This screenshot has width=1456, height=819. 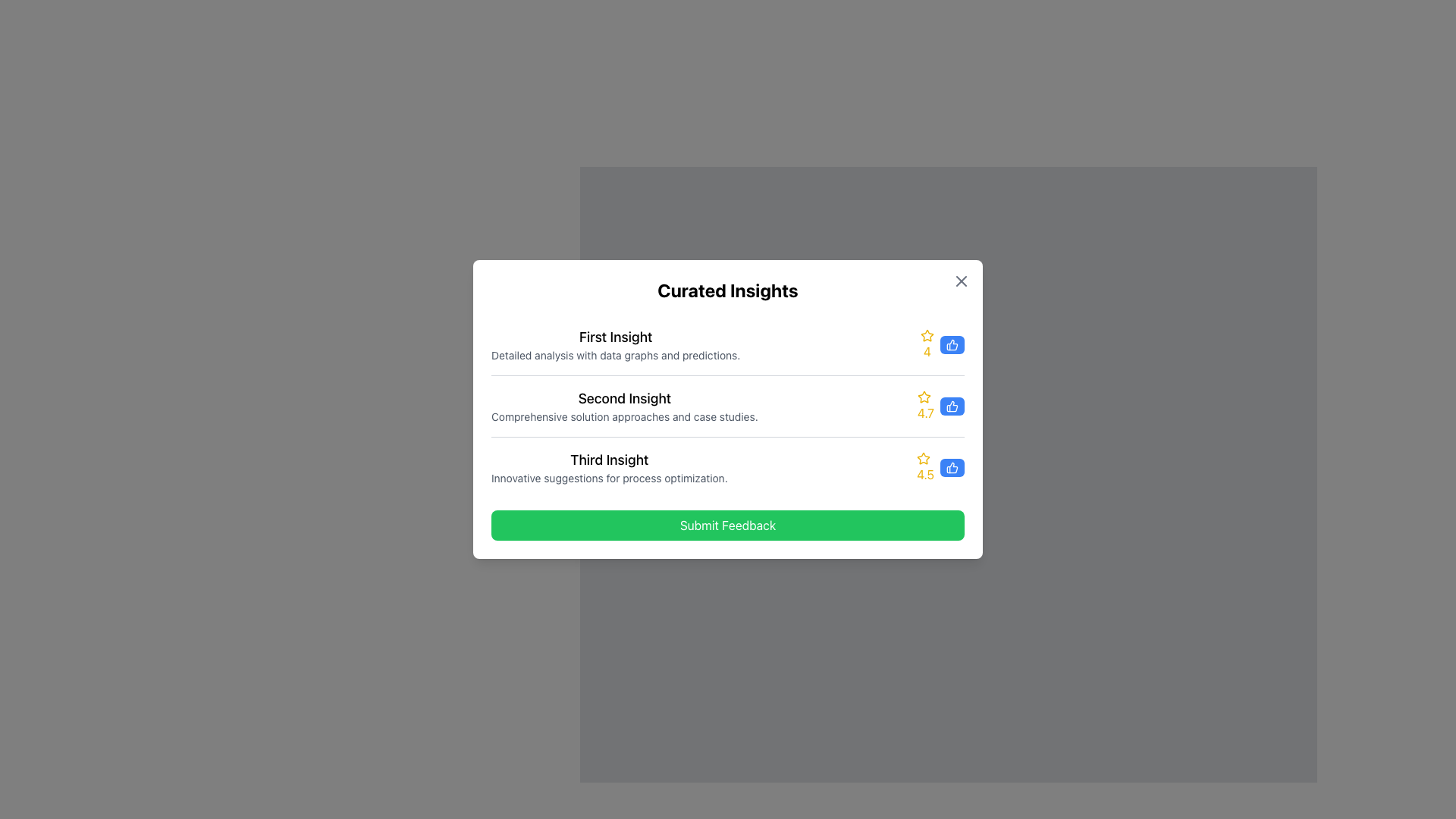 I want to click on average user rating value displayed as a numerical value, located in the third row of a list within a central dialog box, positioned to the left of a yellow star icon and to the right of a like button, so click(x=924, y=467).